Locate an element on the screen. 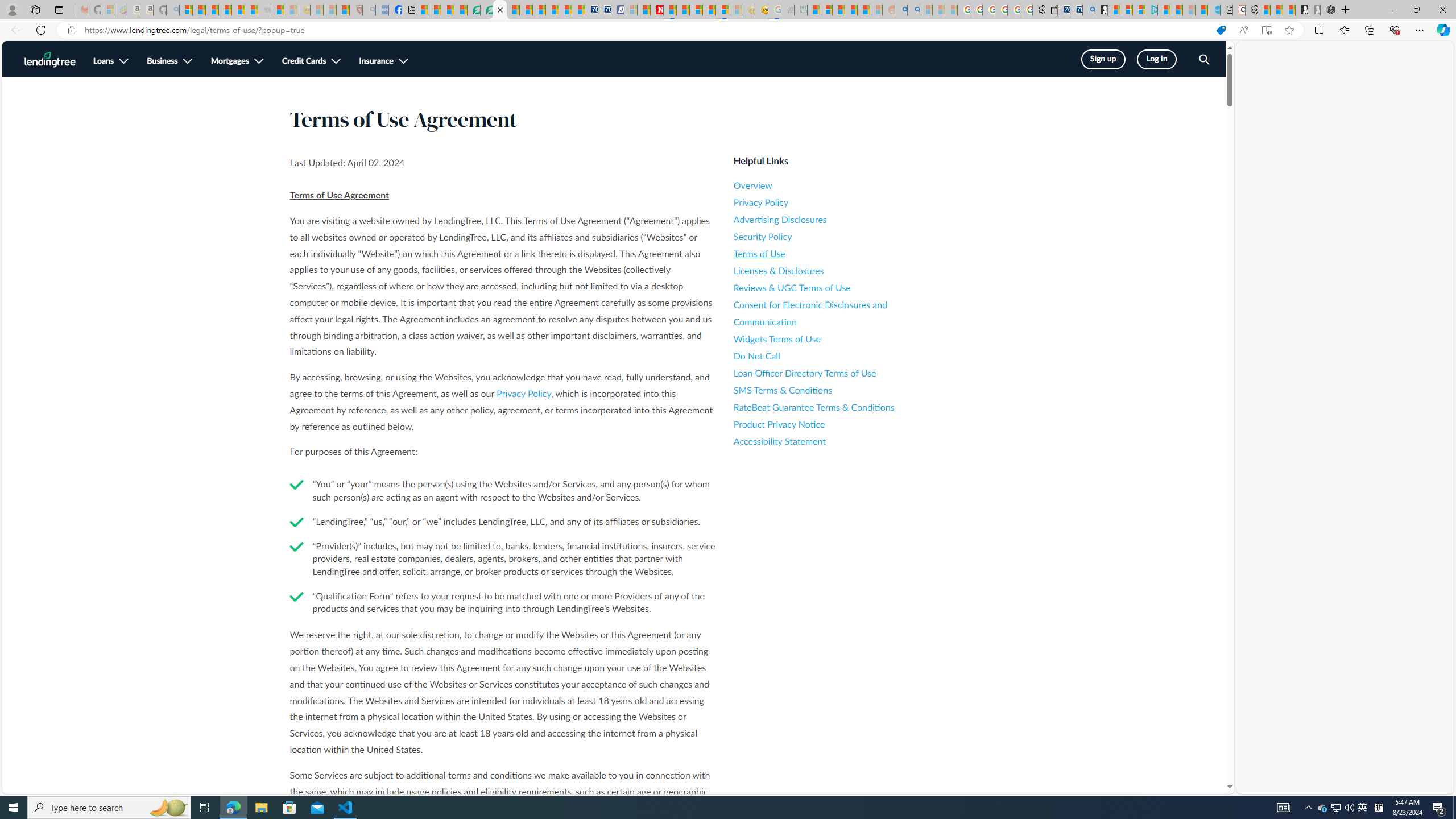 This screenshot has height=819, width=1456. 'Cheap Hotels - Save70.com' is located at coordinates (603, 9).